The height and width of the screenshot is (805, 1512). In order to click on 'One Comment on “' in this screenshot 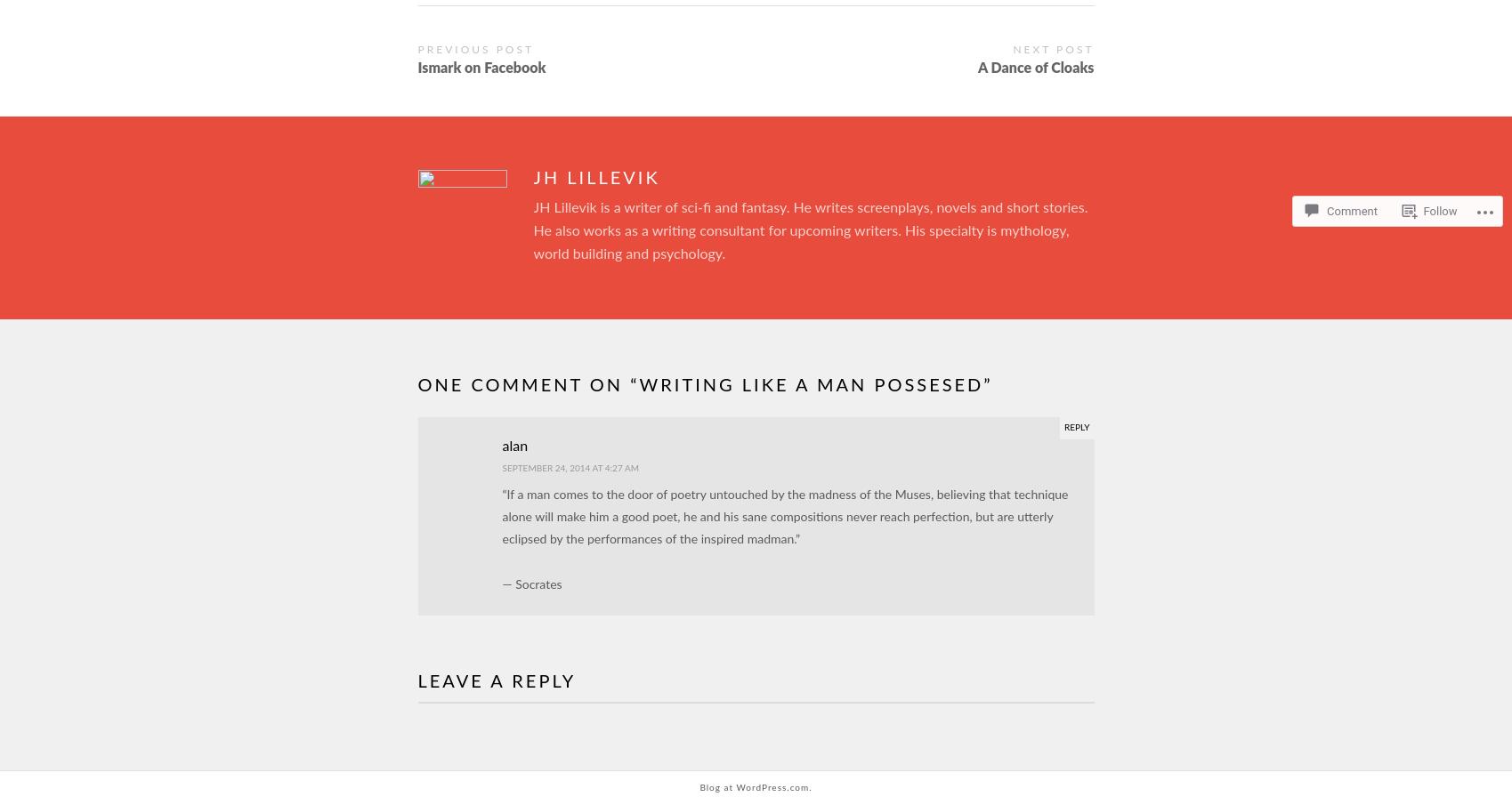, I will do `click(528, 384)`.